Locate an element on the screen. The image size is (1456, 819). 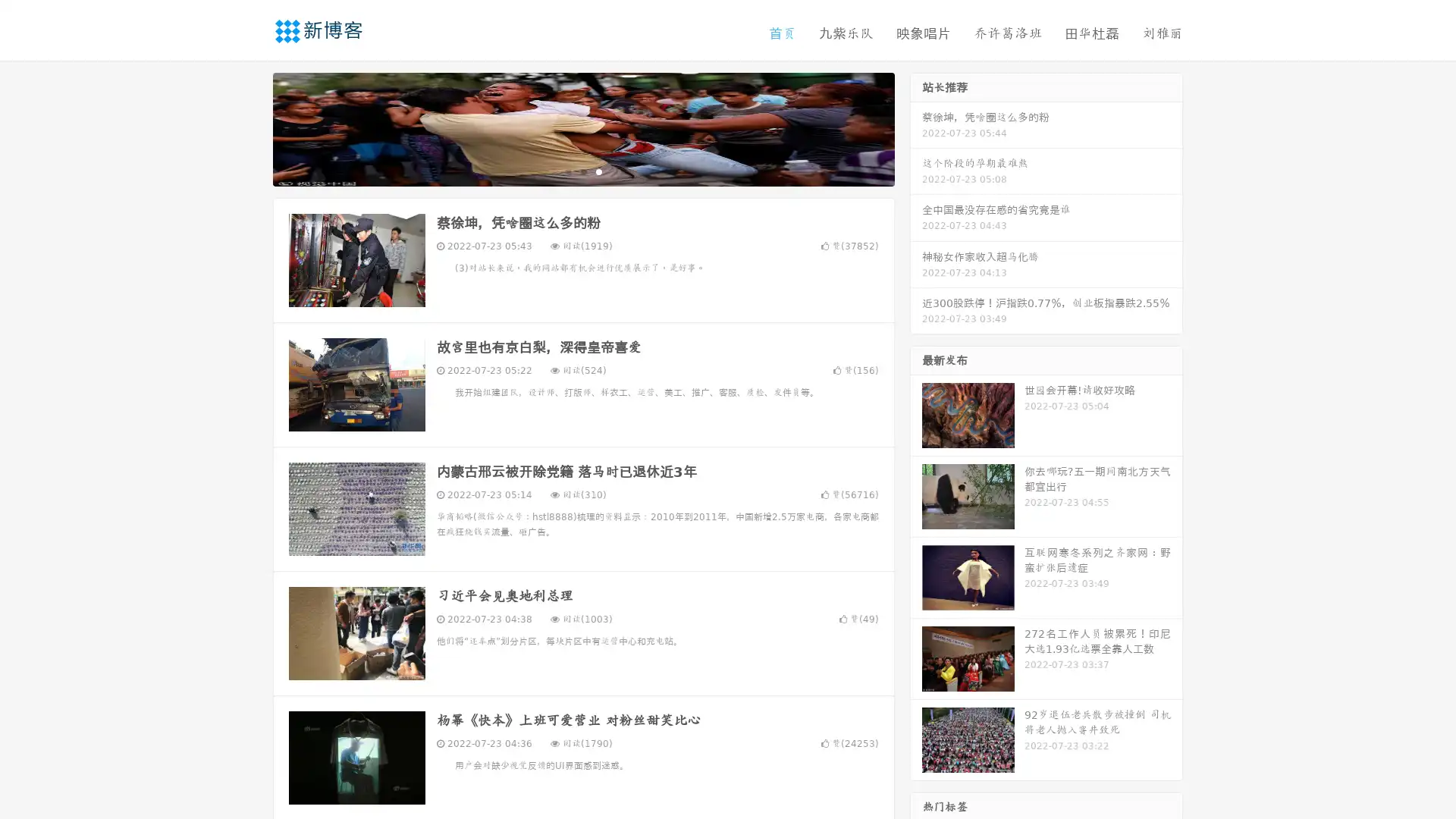
Go to slide 3 is located at coordinates (598, 171).